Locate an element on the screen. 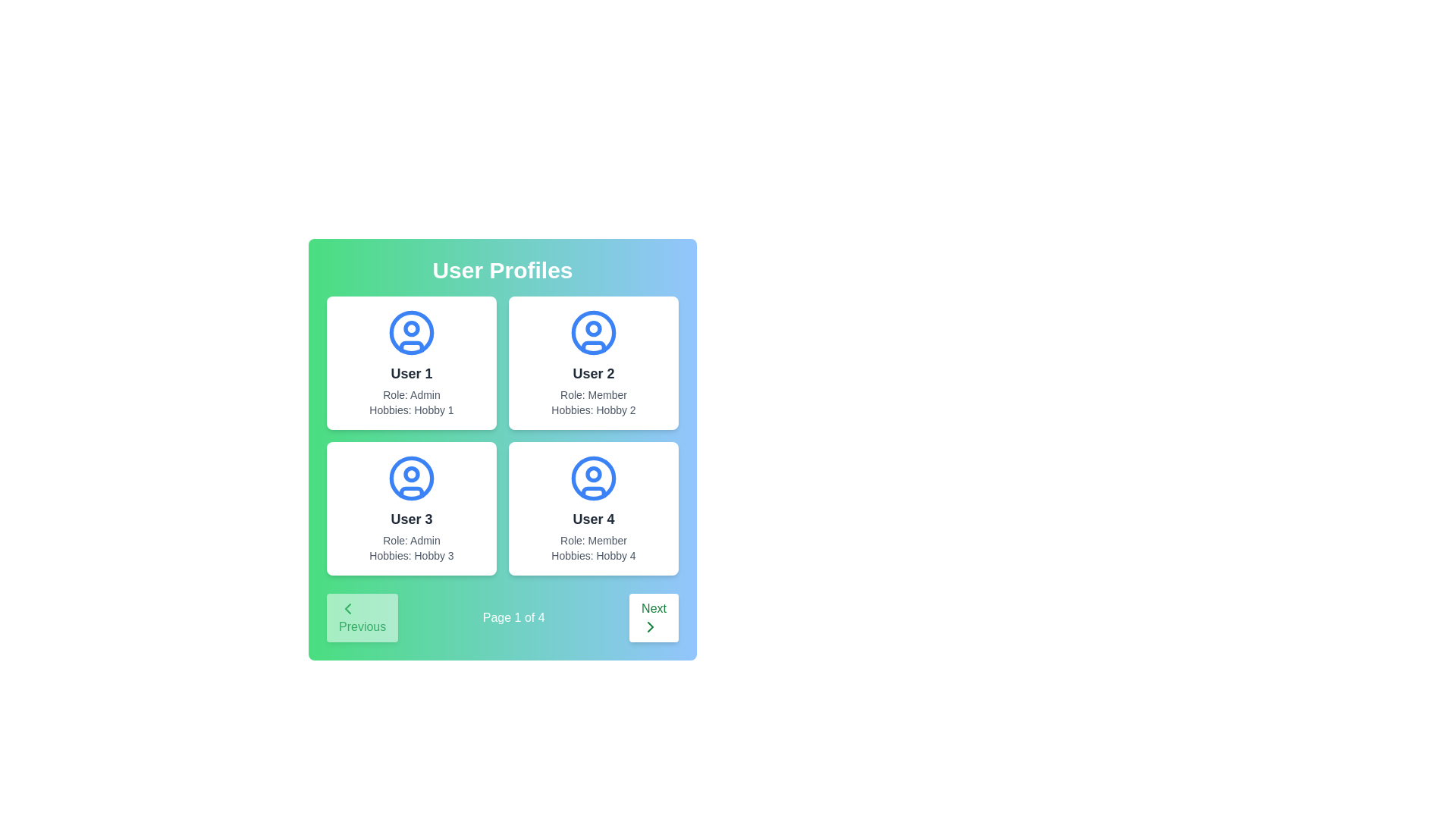 This screenshot has height=819, width=1456. the static text label displaying 'User 4' located in the fourth user profile card of a 2x2 grid layout, positioned between the SVG user icon and the 'Role: Member' text is located at coordinates (592, 519).